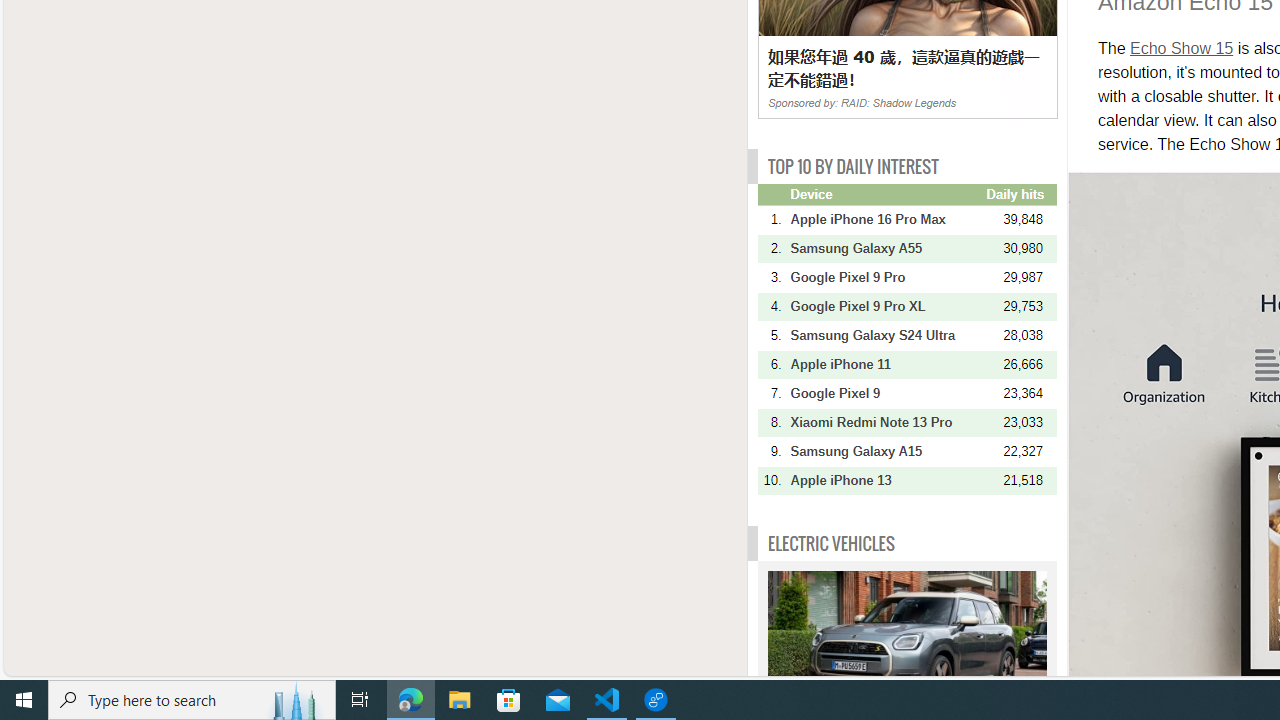  What do you see at coordinates (885, 451) in the screenshot?
I see `'Samsung Galaxy A15'` at bounding box center [885, 451].